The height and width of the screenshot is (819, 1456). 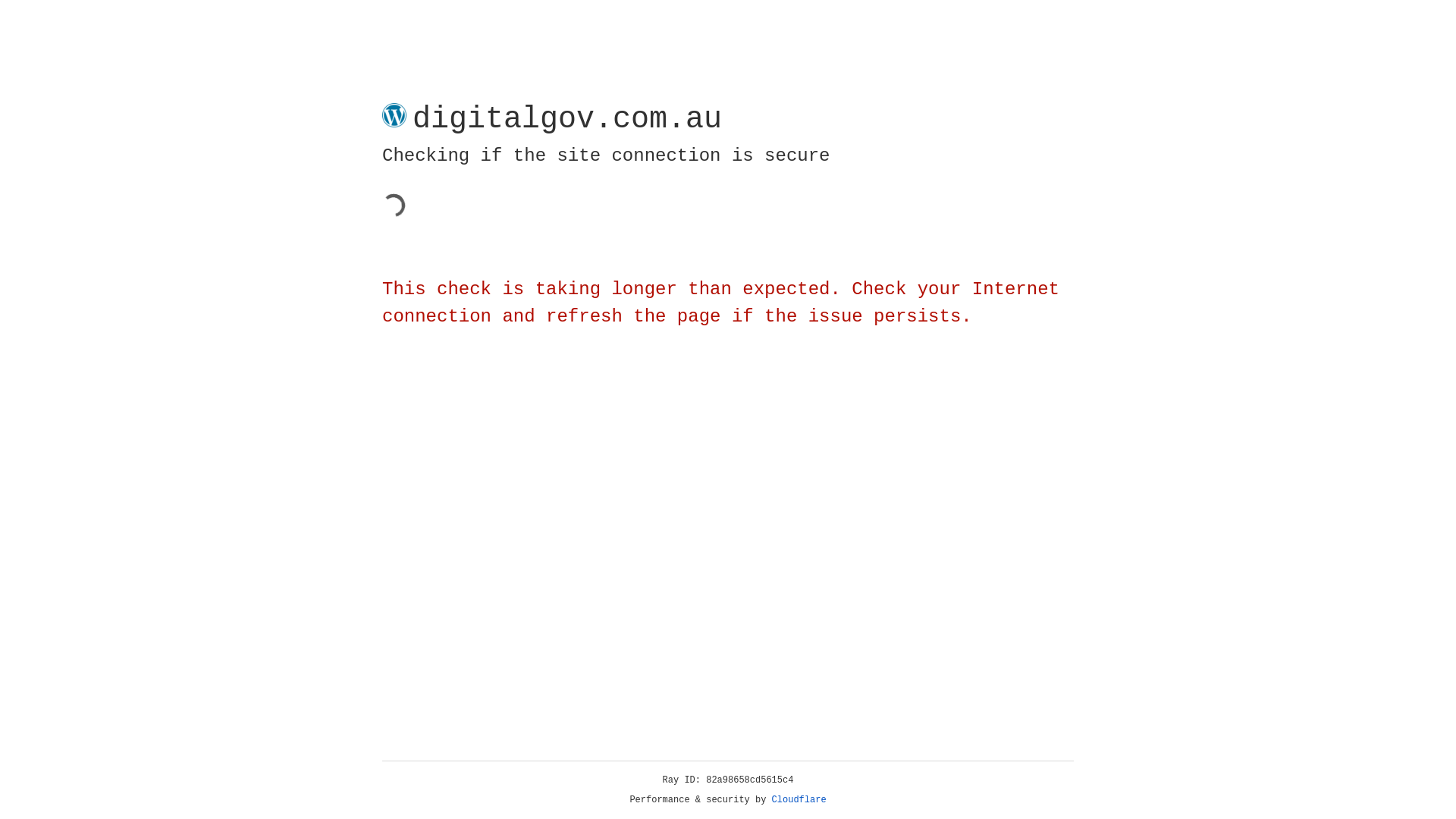 What do you see at coordinates (799, 799) in the screenshot?
I see `'Cloudflare'` at bounding box center [799, 799].